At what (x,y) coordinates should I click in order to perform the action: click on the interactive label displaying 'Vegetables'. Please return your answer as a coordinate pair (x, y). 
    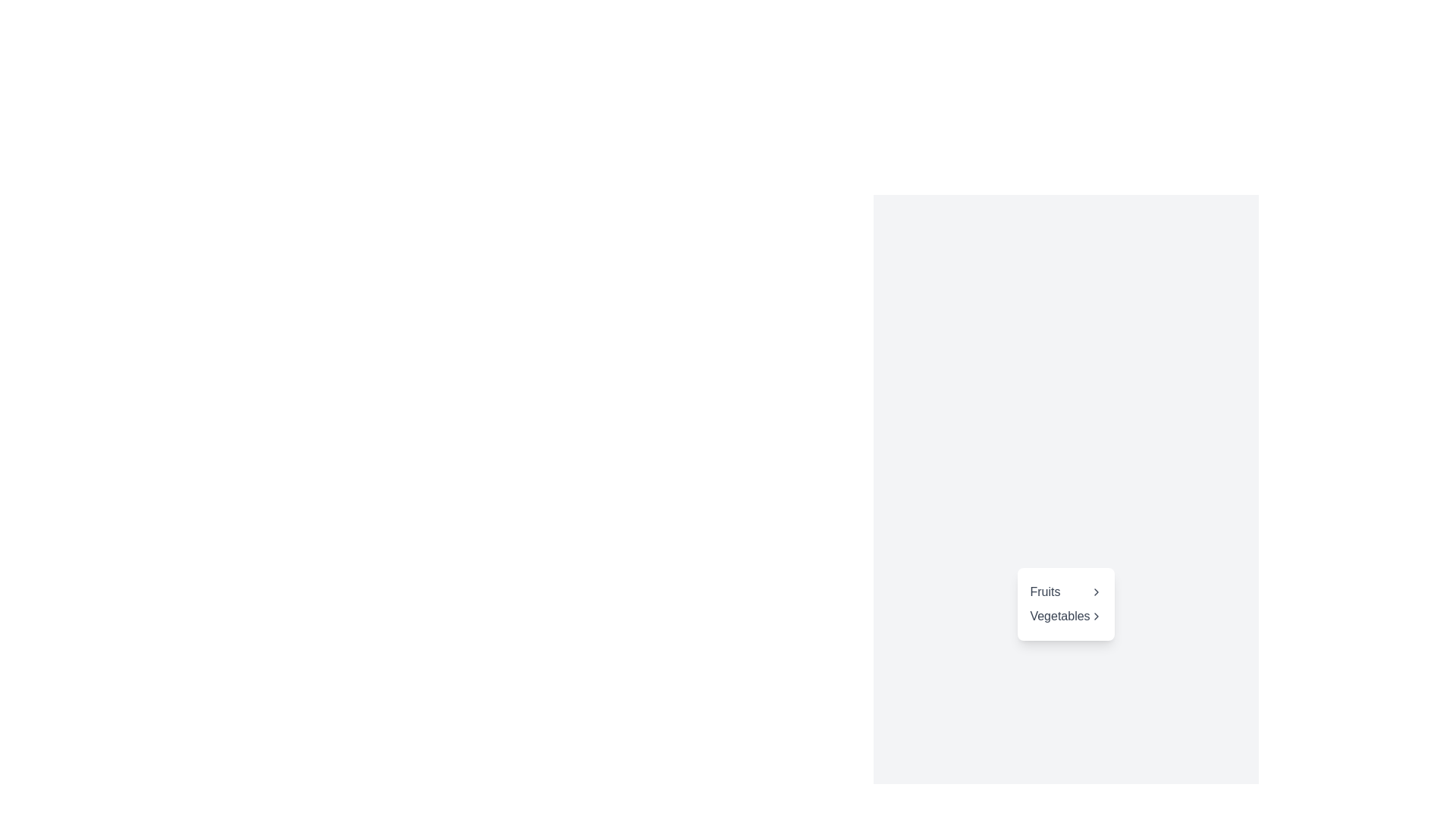
    Looking at the image, I should click on (1065, 617).